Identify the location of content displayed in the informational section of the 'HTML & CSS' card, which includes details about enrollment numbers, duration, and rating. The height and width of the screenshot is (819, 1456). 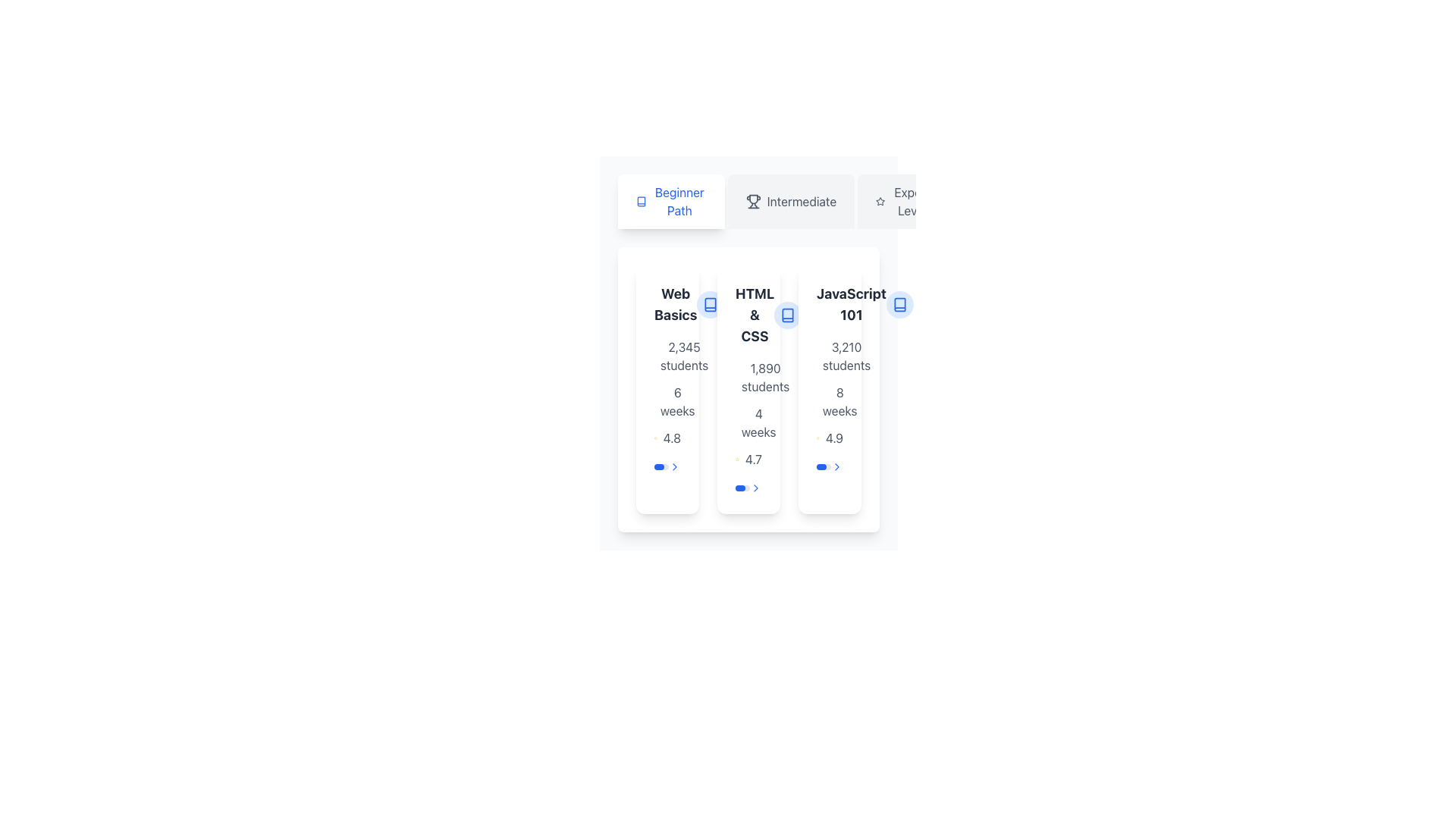
(748, 414).